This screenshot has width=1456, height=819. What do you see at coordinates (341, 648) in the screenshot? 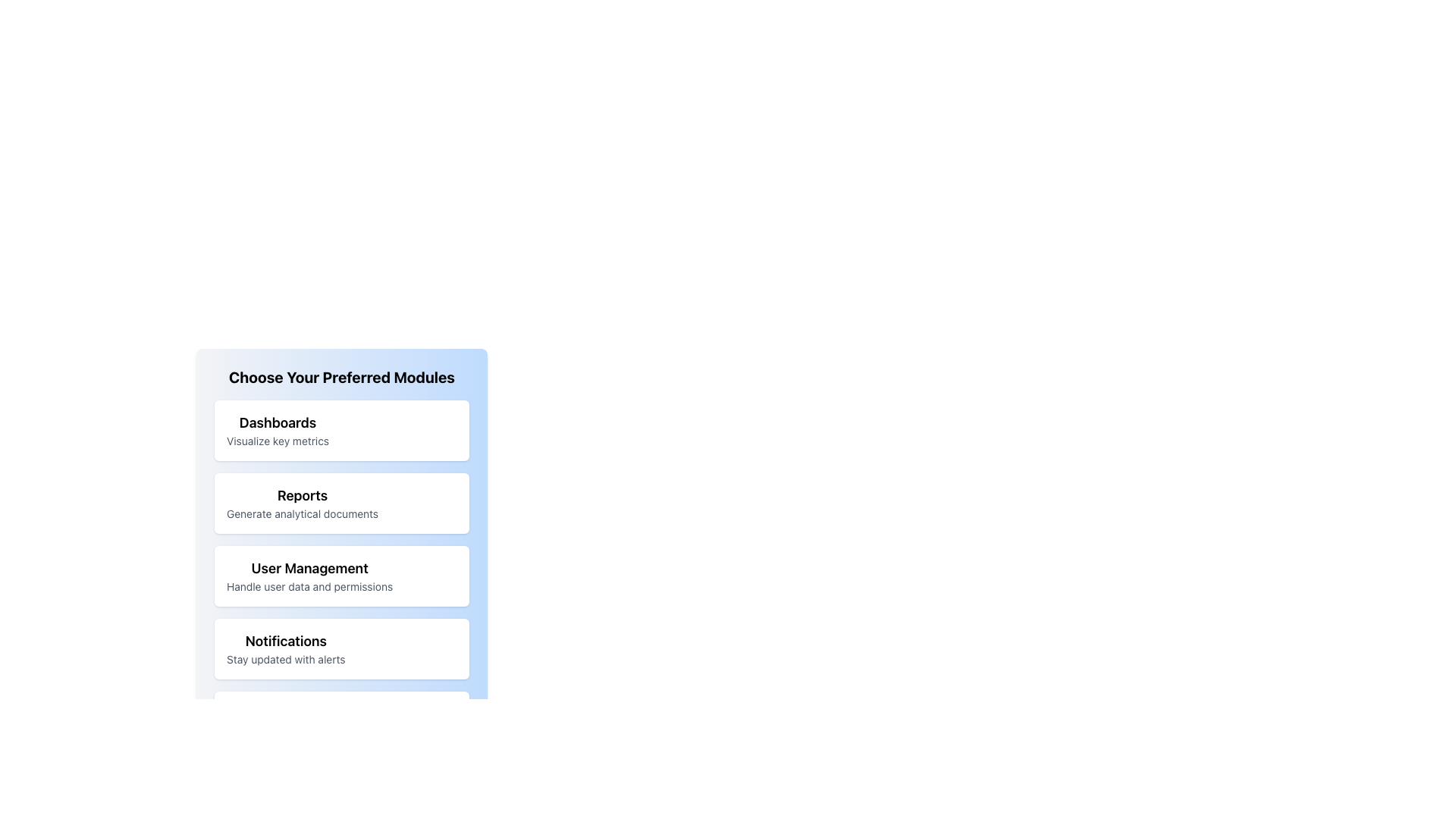
I see `the 'Notifications' card, which is the fourth card in the vertical list under 'Choose Your Preferred Modules'` at bounding box center [341, 648].